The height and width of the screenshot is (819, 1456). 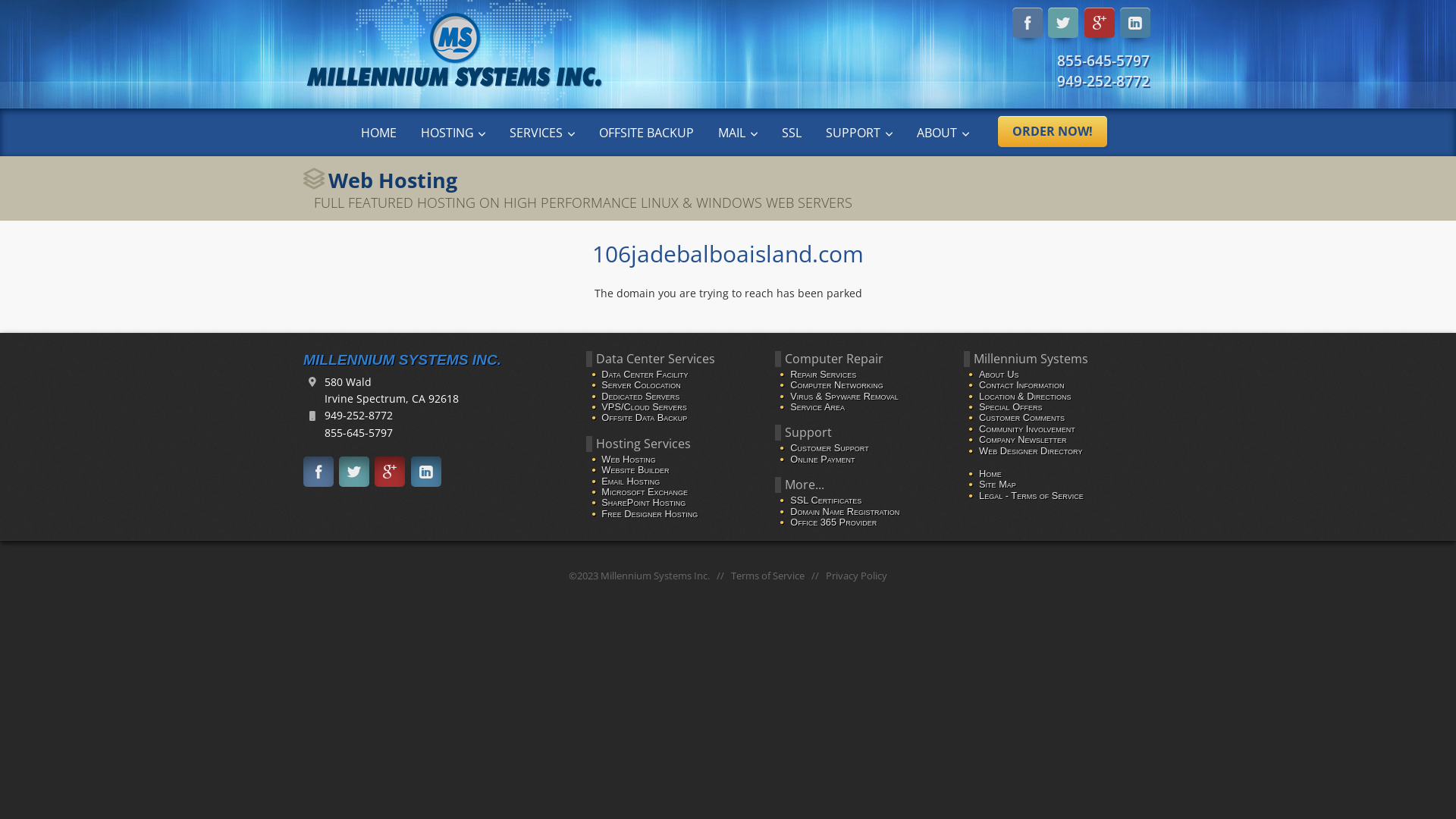 I want to click on 'Online Payment', so click(x=789, y=458).